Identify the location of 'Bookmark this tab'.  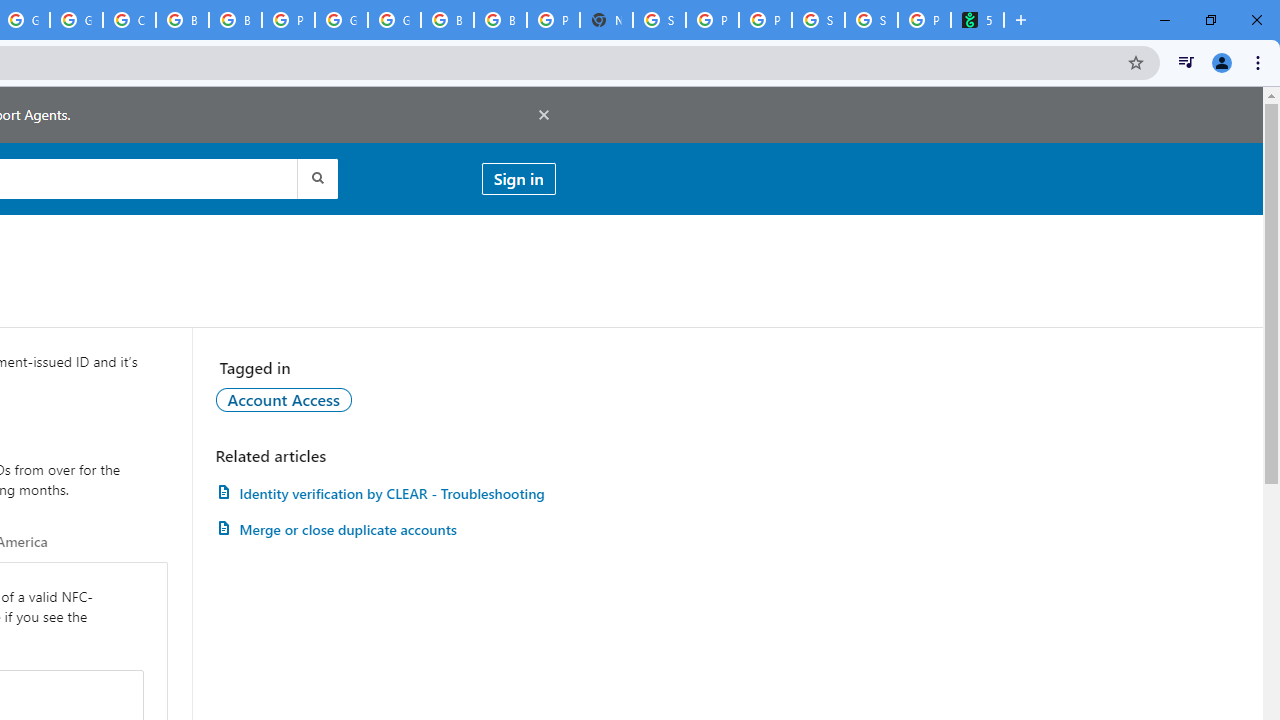
(1136, 61).